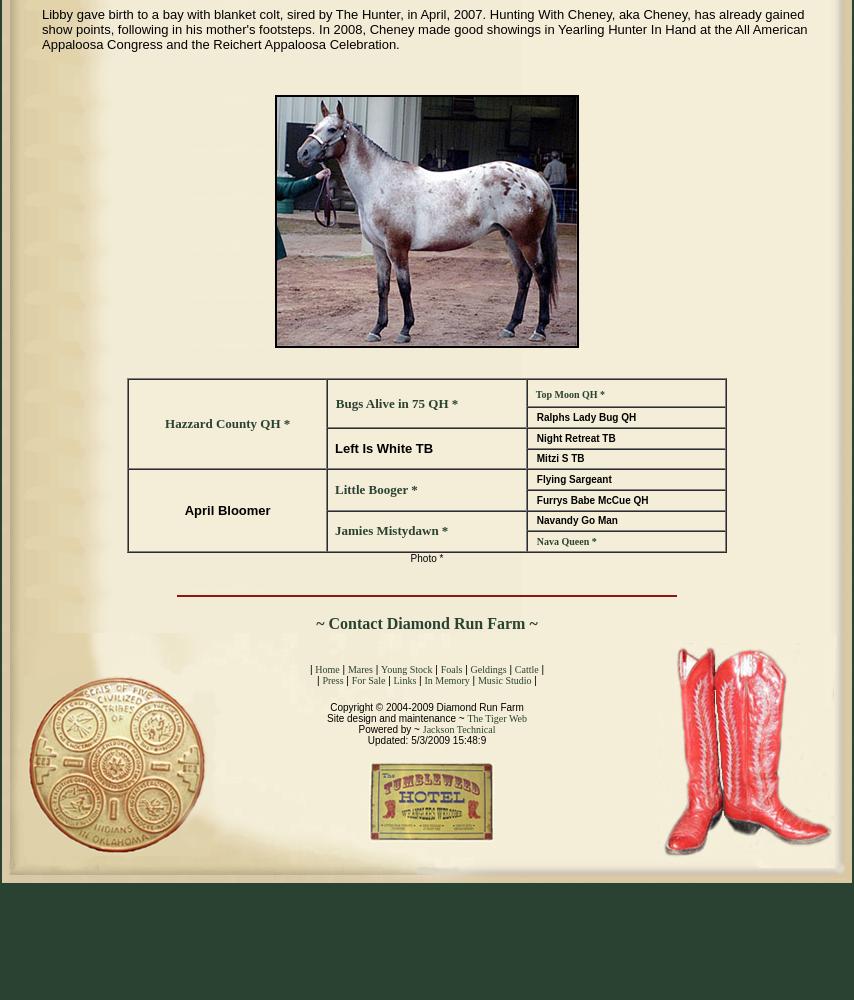  What do you see at coordinates (389, 530) in the screenshot?
I see `'Jamies Mistydawn *'` at bounding box center [389, 530].